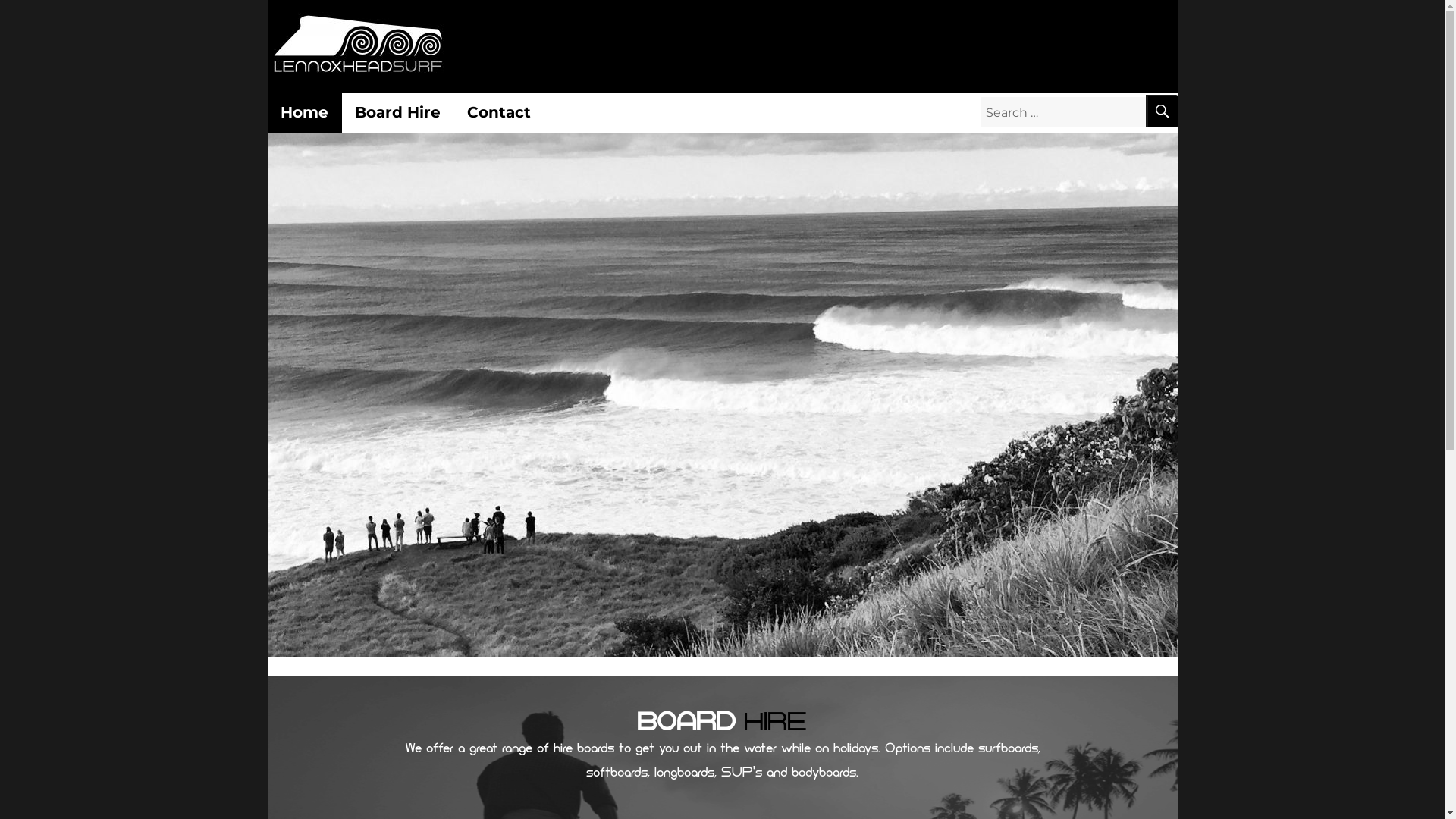 This screenshot has width=1456, height=819. What do you see at coordinates (397, 111) in the screenshot?
I see `'Board Hire'` at bounding box center [397, 111].